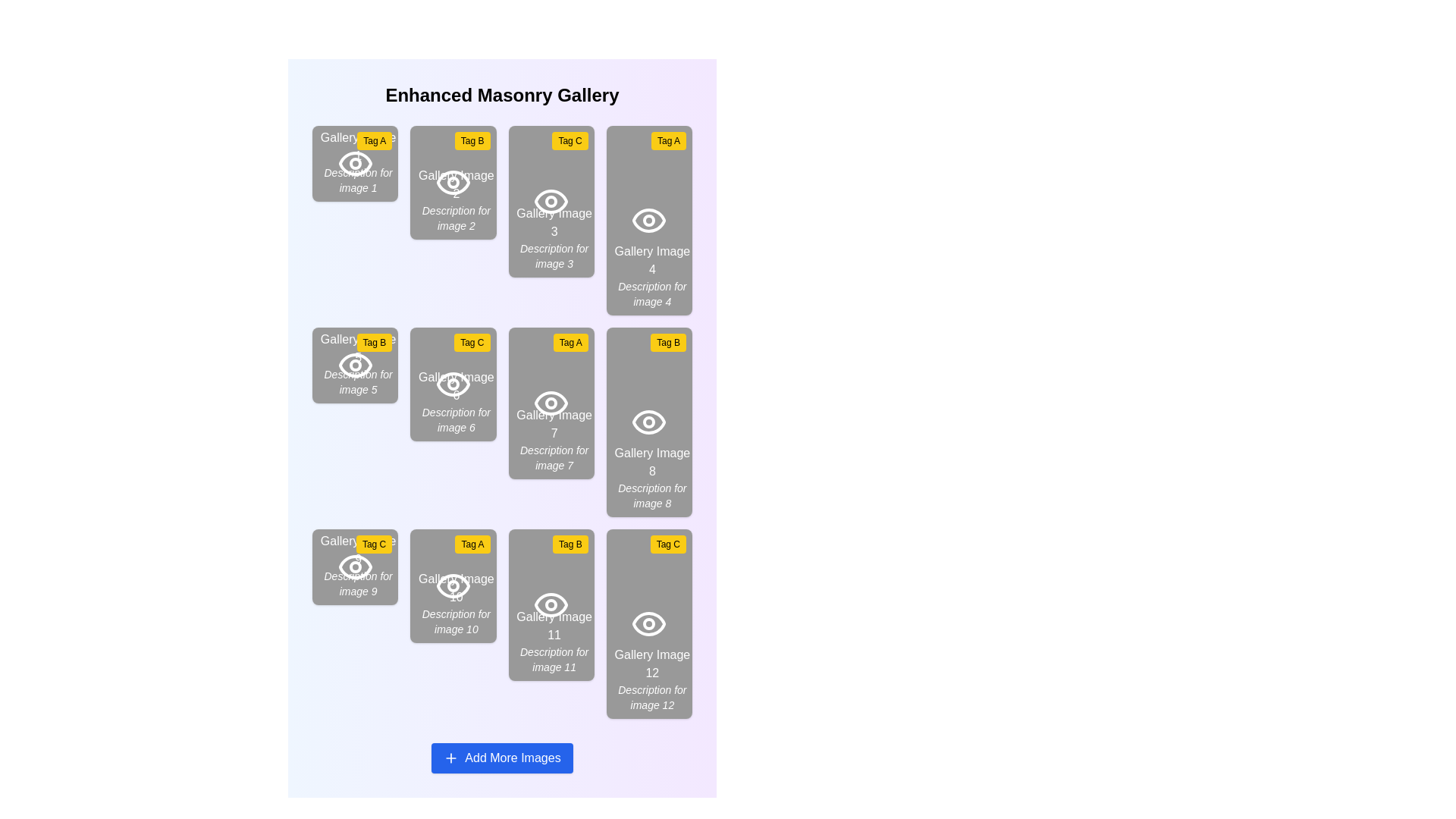 This screenshot has height=819, width=1456. I want to click on the 'eye' icon located in the eighth card of the masonry gallery layout, labeled 'Gallery Image 8', for its visual representation, so click(649, 422).